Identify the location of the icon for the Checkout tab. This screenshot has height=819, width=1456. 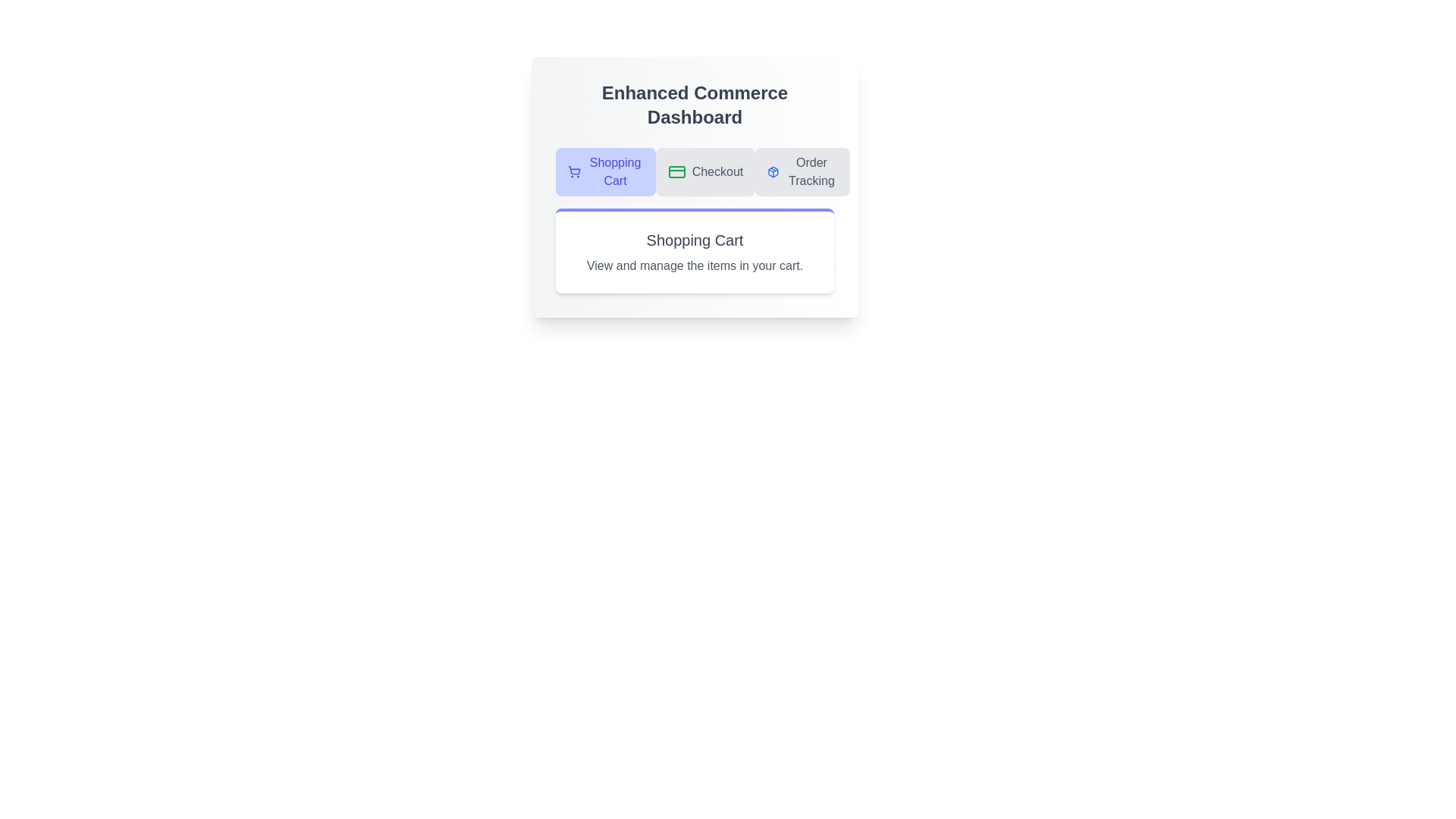
(676, 171).